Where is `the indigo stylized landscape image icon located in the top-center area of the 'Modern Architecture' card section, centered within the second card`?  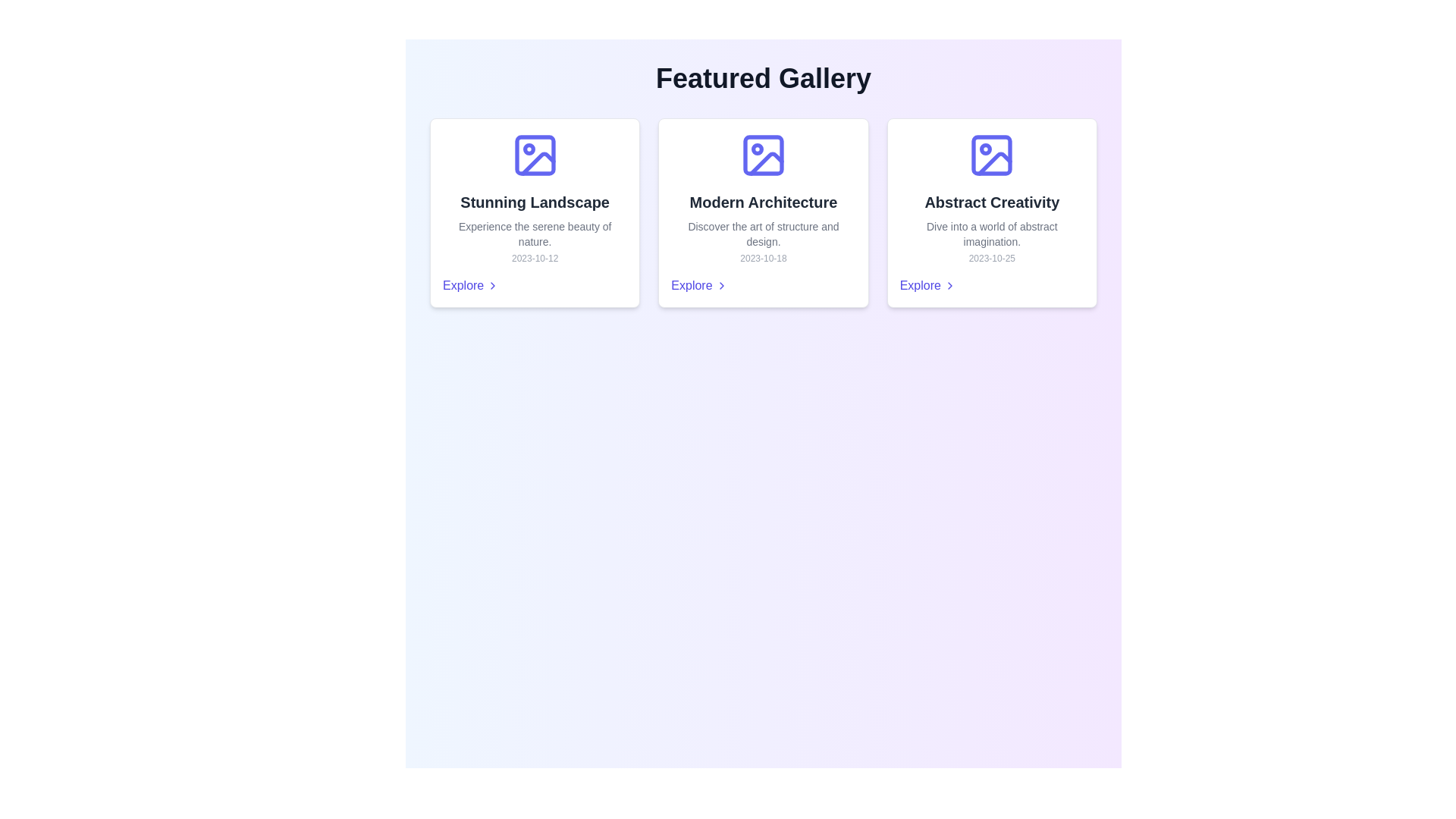
the indigo stylized landscape image icon located in the top-center area of the 'Modern Architecture' card section, centered within the second card is located at coordinates (764, 155).